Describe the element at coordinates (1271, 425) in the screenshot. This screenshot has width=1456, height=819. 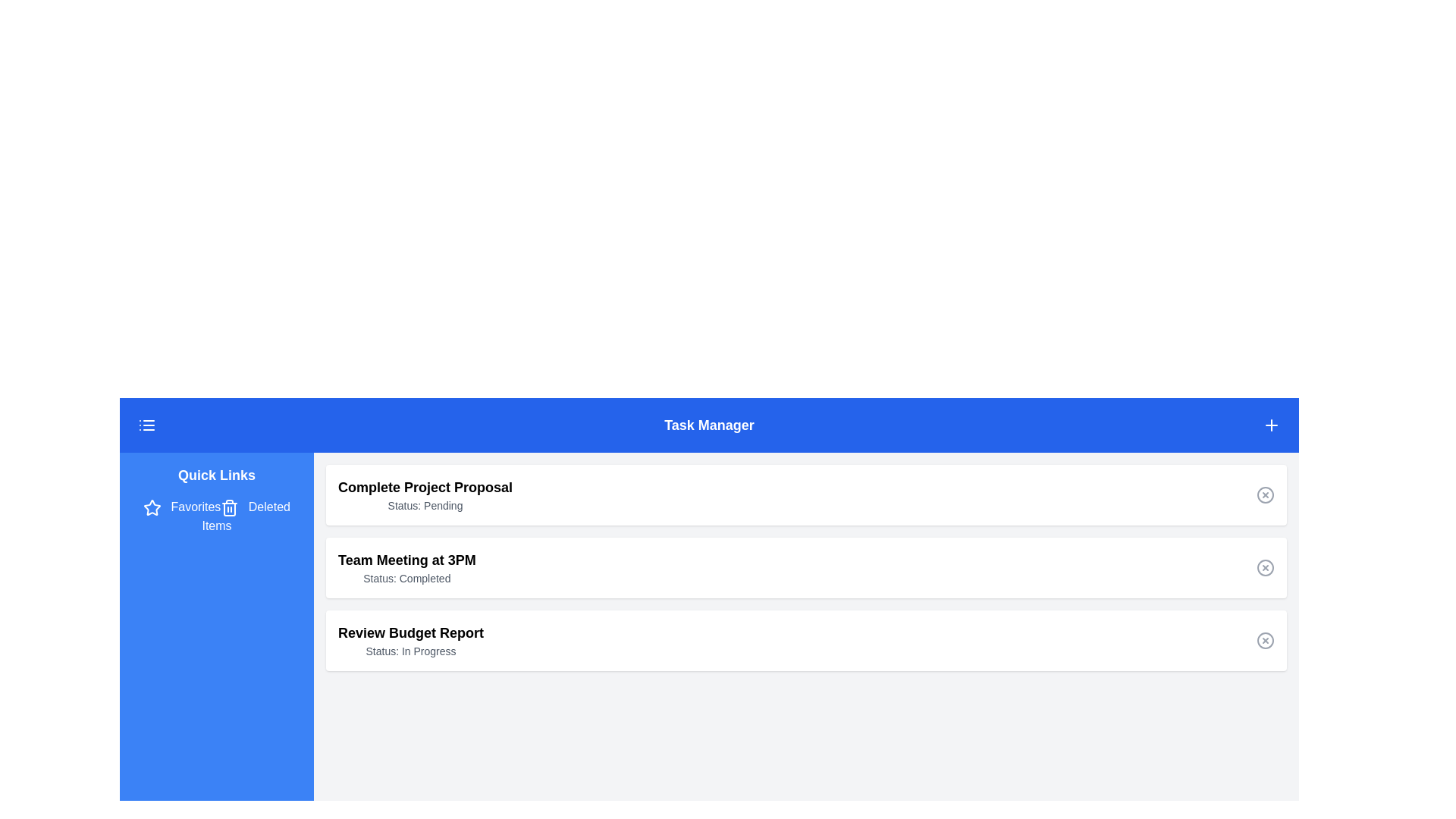
I see `the button located in the top-right corner of the blue bar labeled 'Task Manager'` at that location.